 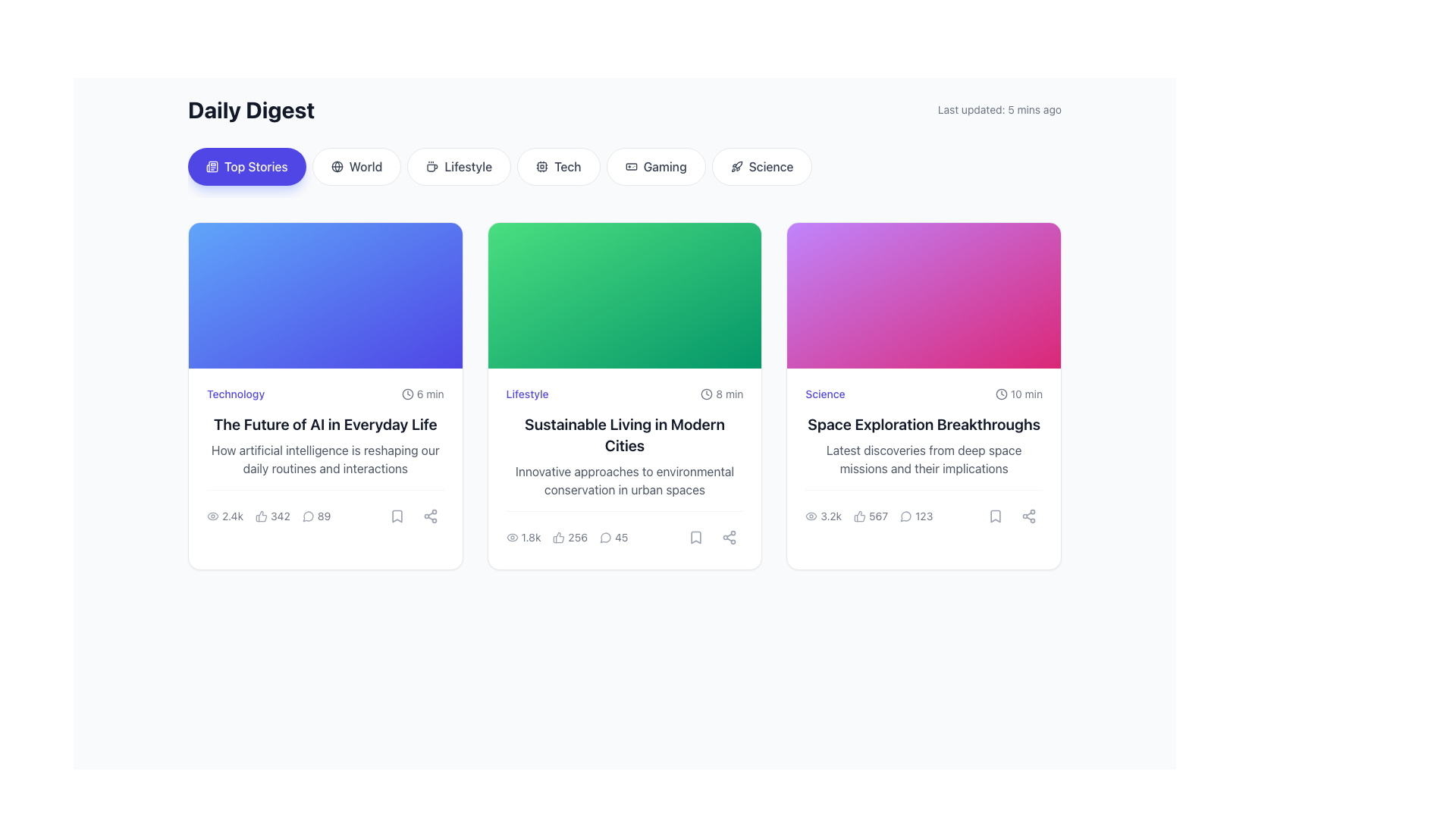 I want to click on the small text label displaying 'Lifestyle' in blue font located at the top left corner of the green article card titled 'Sustainable Living in Modern Cities', so click(x=527, y=394).